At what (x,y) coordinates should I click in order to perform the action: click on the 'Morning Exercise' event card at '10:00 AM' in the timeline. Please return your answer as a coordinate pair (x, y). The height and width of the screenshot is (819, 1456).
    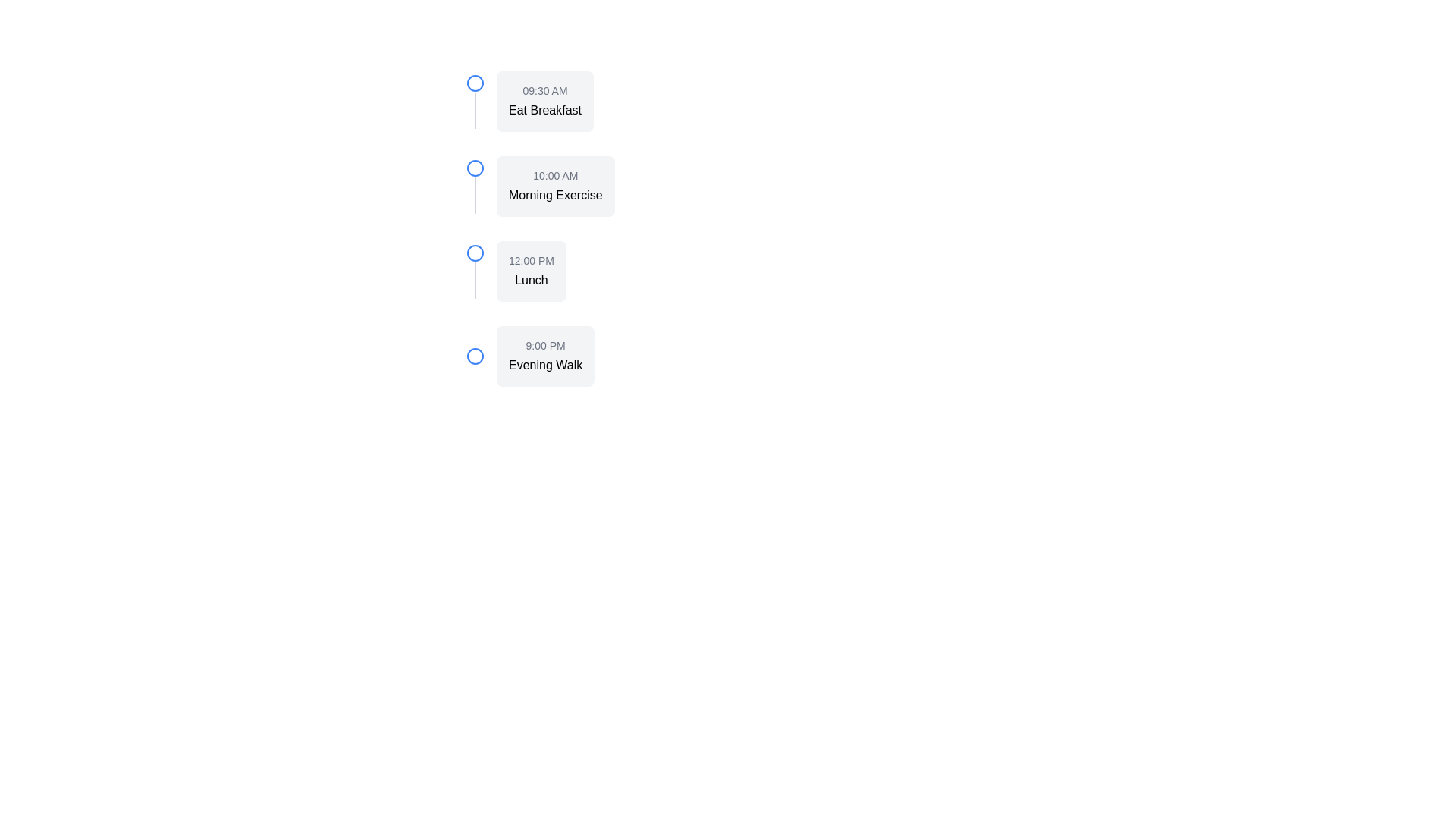
    Looking at the image, I should click on (554, 186).